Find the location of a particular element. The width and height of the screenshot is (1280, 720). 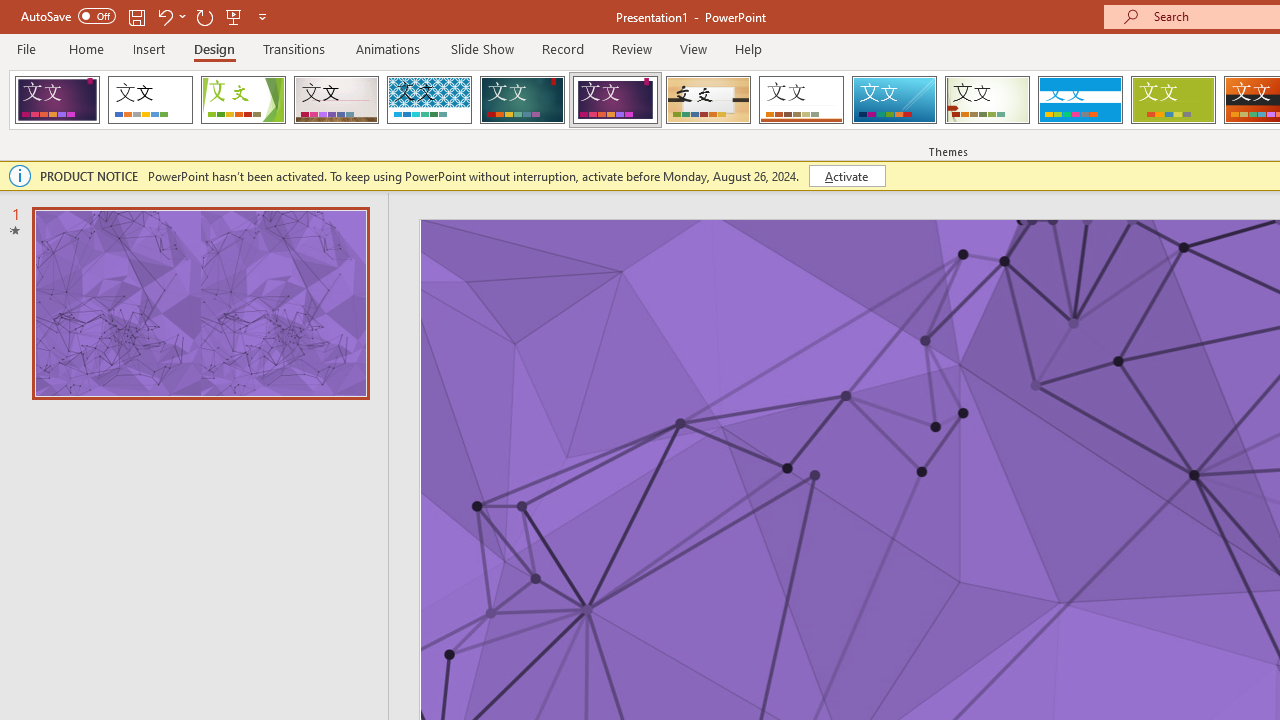

'Banded' is located at coordinates (1079, 100).